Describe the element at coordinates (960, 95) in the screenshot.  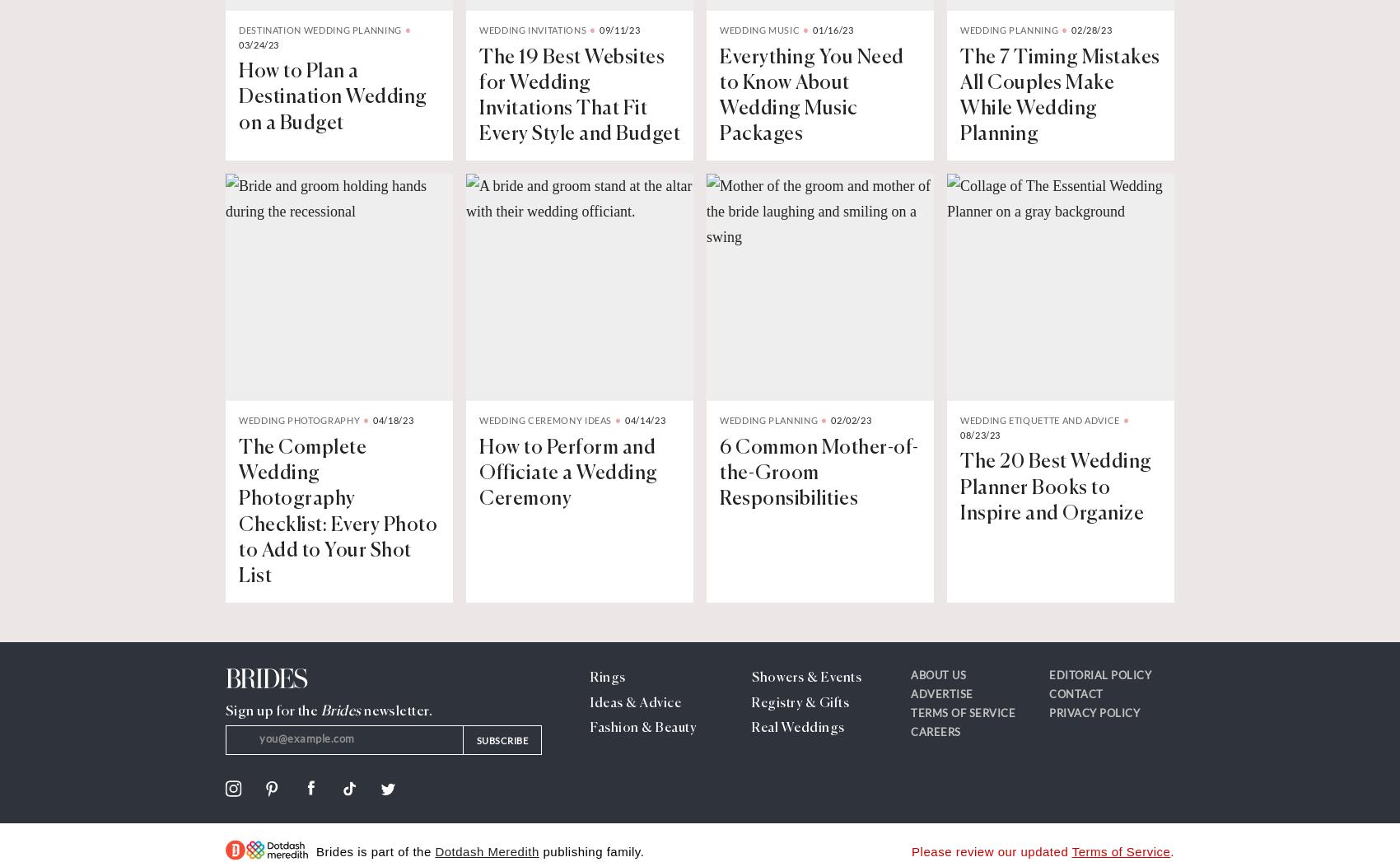
I see `'The 7 Timing Mistakes All Couples Make While Wedding Planning'` at that location.